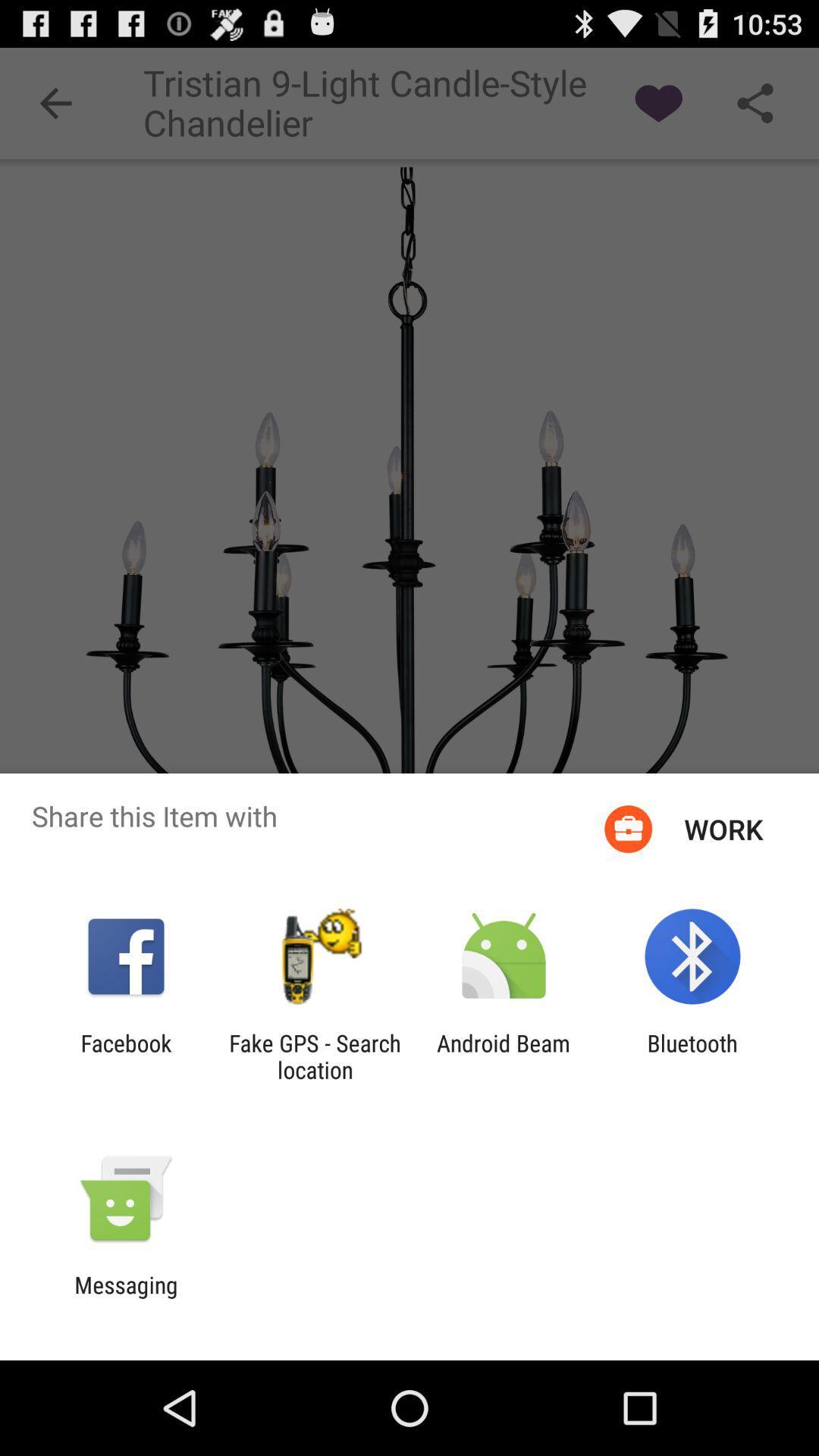 The image size is (819, 1456). What do you see at coordinates (692, 1056) in the screenshot?
I see `the item next to the android beam` at bounding box center [692, 1056].